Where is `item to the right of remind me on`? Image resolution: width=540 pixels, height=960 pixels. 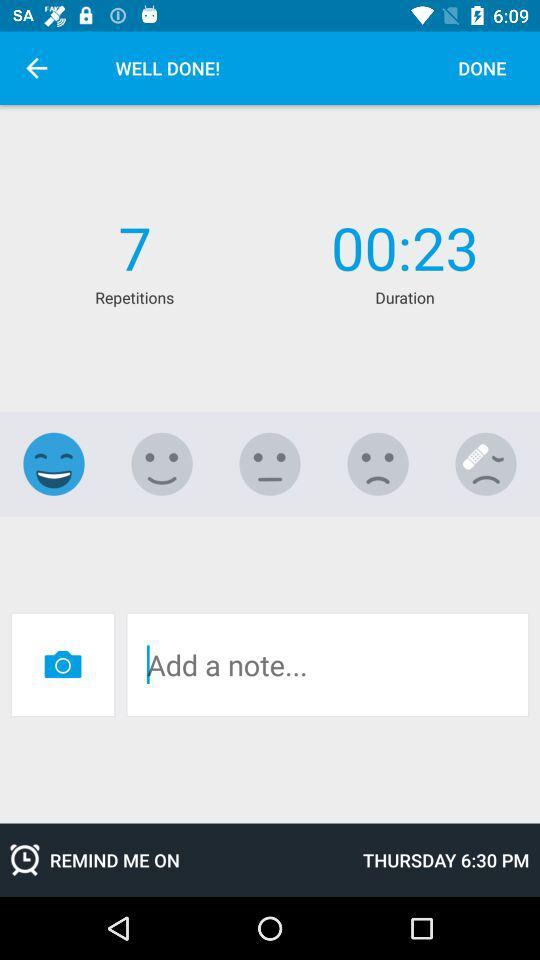 item to the right of remind me on is located at coordinates (446, 859).